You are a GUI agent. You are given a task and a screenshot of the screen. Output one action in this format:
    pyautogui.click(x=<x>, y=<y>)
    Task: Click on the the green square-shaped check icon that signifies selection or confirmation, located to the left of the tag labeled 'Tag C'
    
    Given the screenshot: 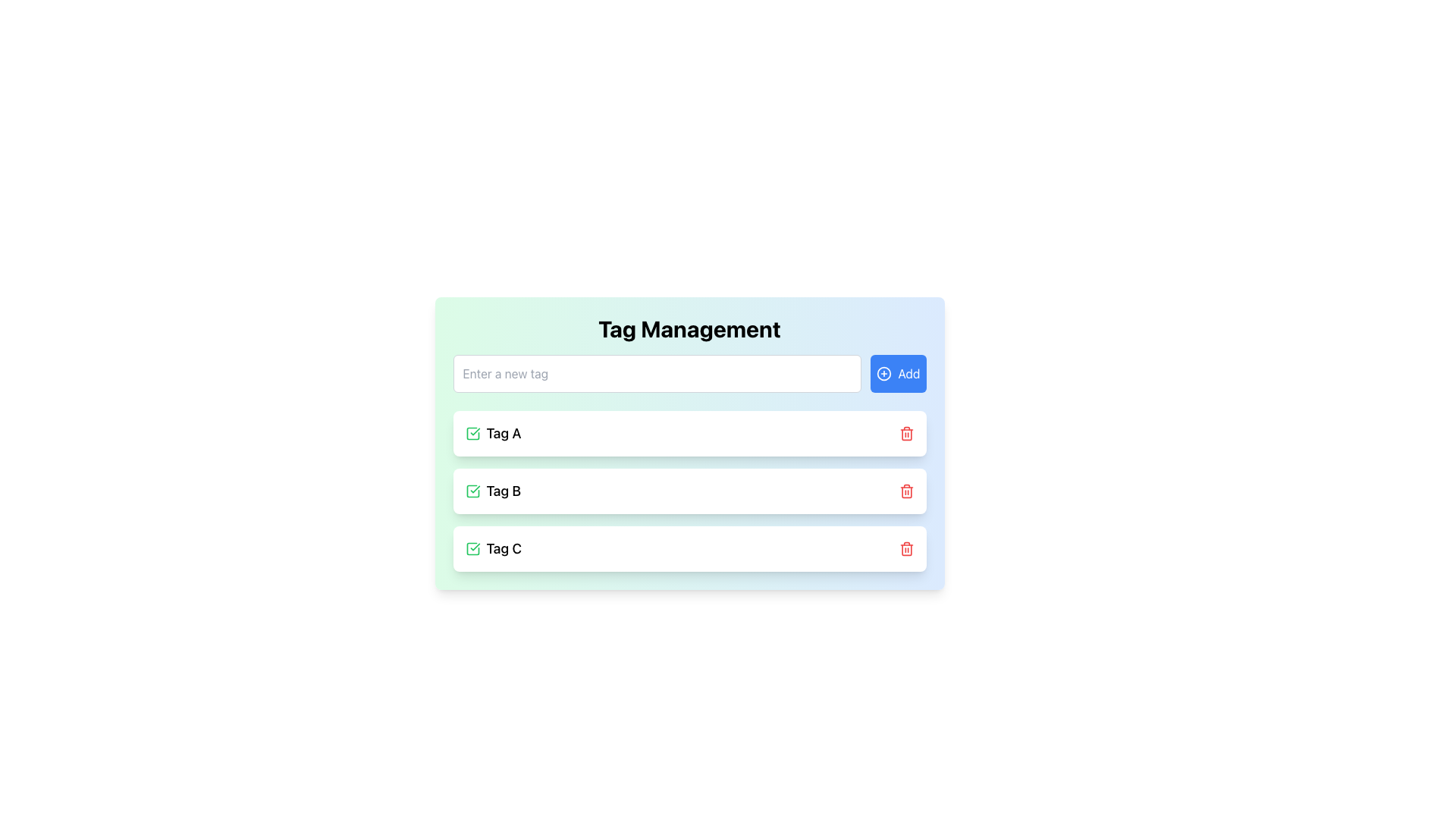 What is the action you would take?
    pyautogui.click(x=472, y=549)
    